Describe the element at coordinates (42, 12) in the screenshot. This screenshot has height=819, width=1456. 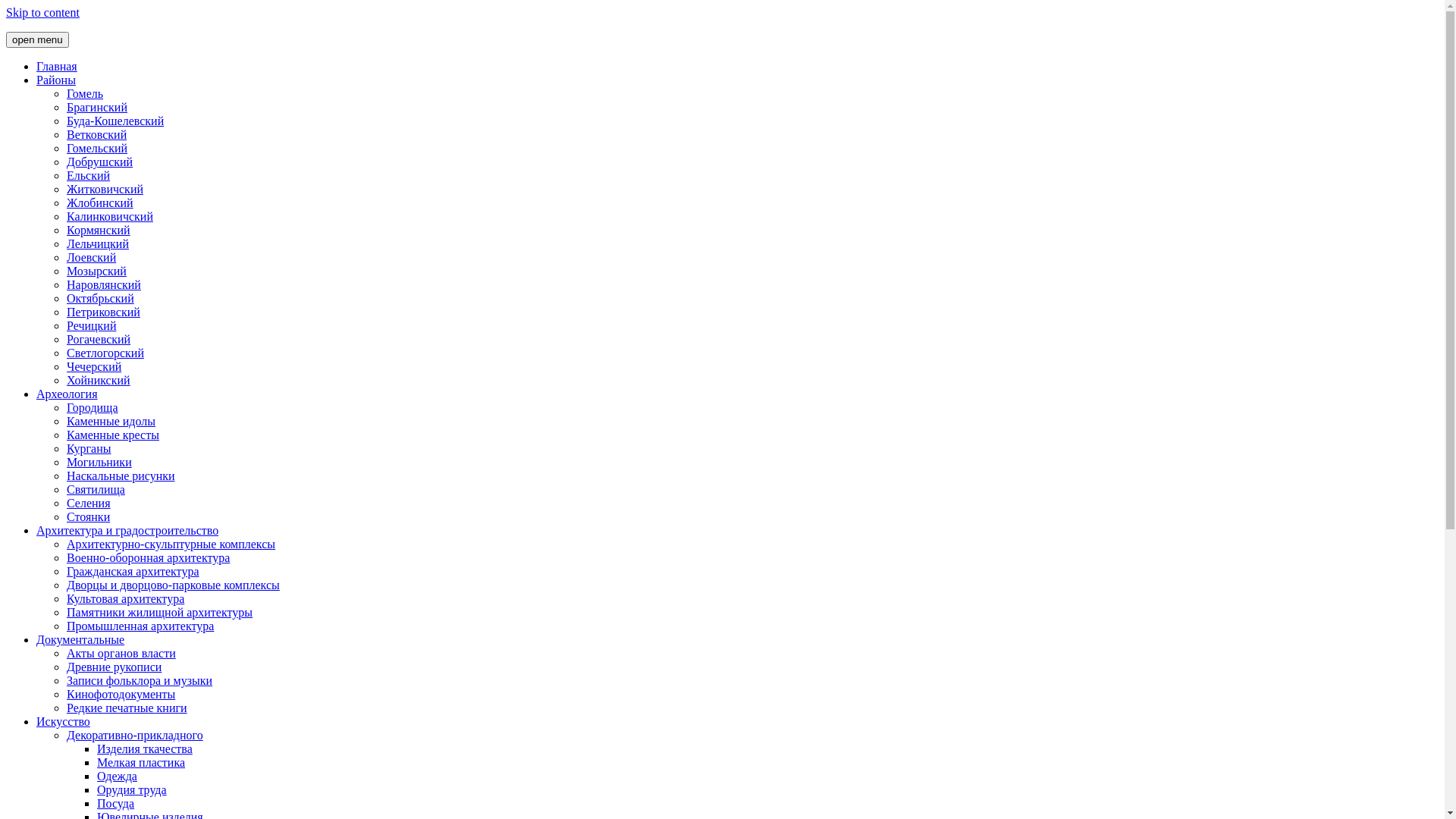
I see `'Skip to content'` at that location.